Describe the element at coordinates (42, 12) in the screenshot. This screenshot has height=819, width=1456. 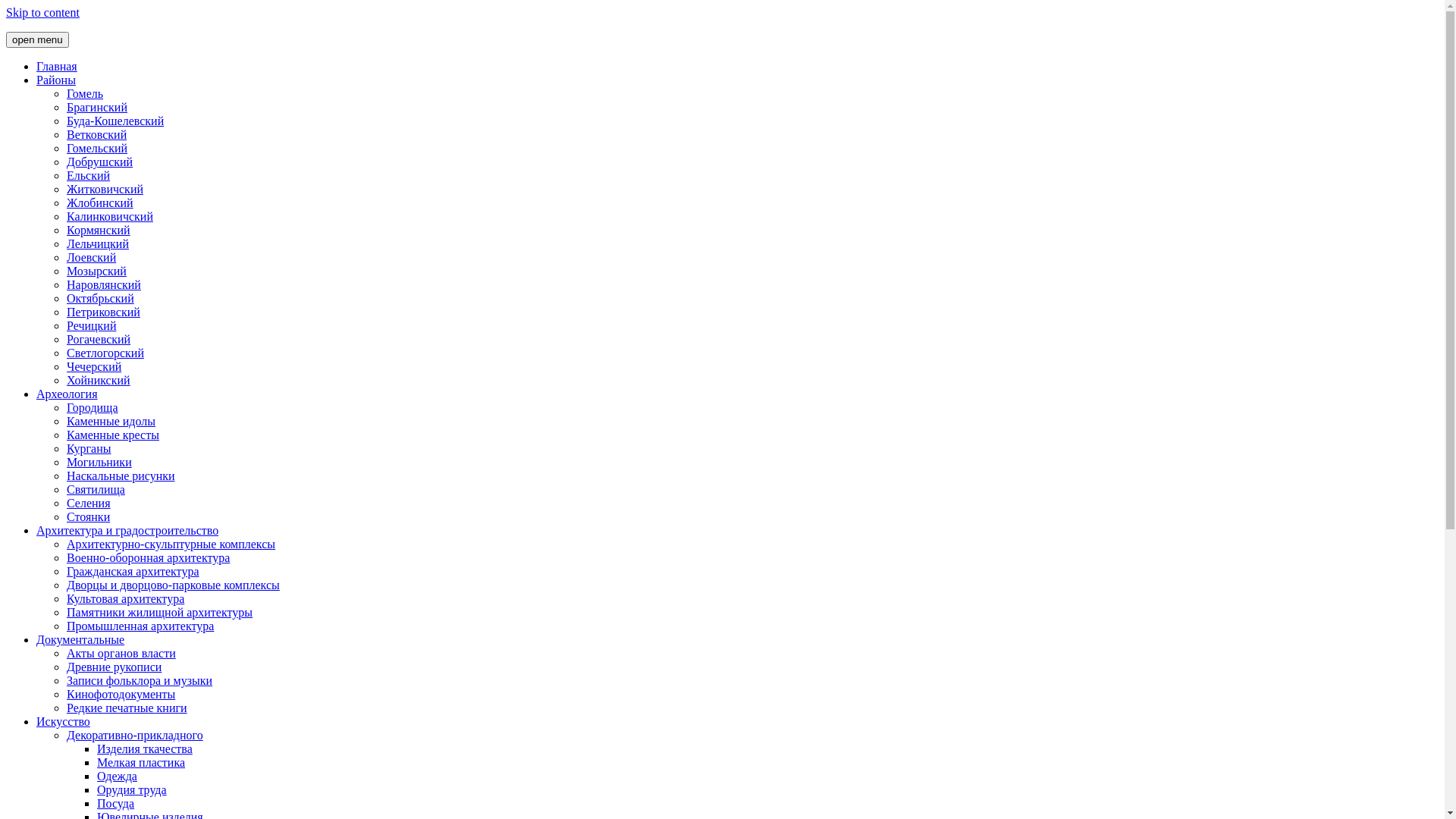
I see `'Skip to content'` at that location.